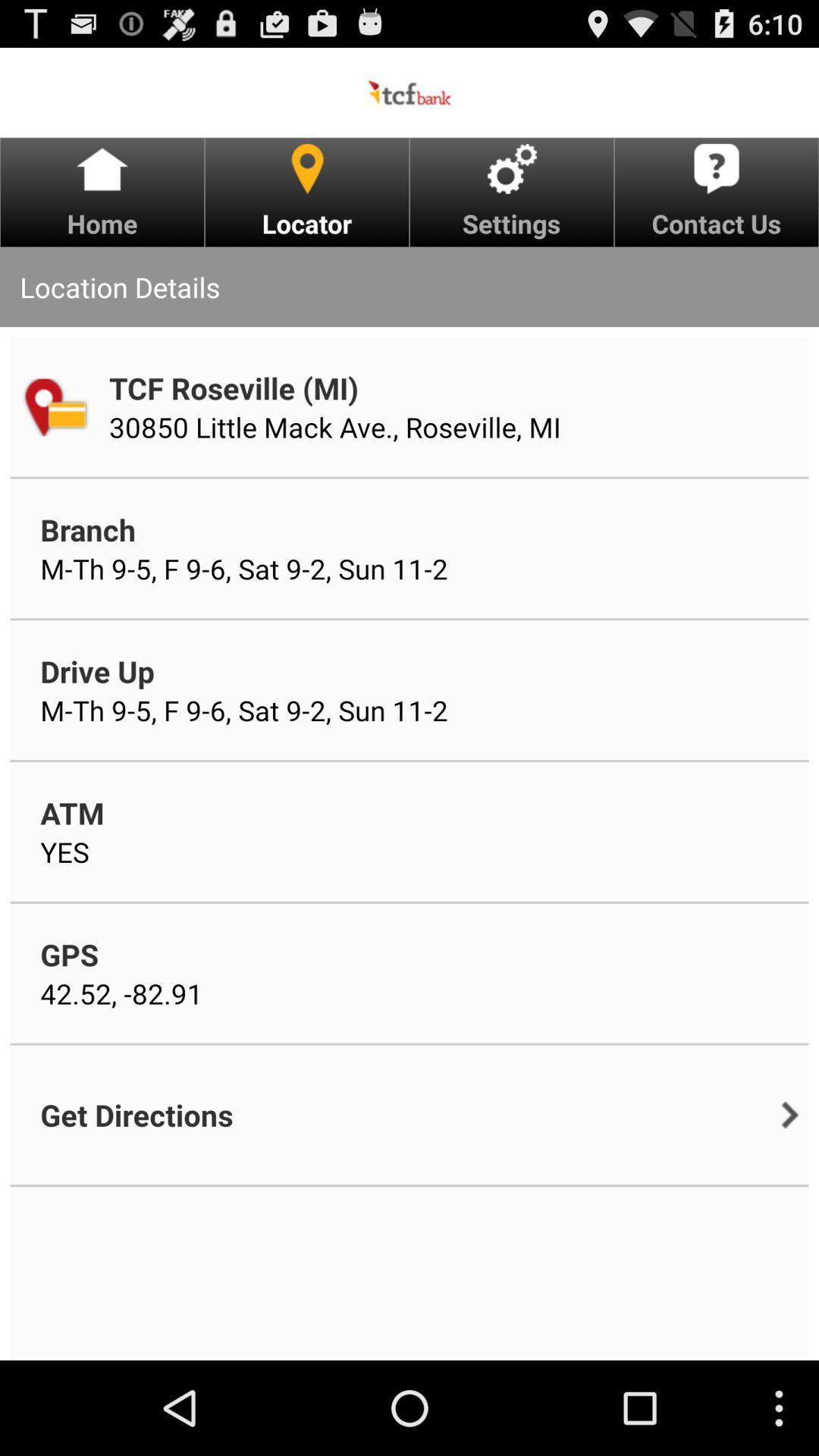 This screenshot has width=819, height=1456. Describe the element at coordinates (789, 1115) in the screenshot. I see `item below contact us icon` at that location.